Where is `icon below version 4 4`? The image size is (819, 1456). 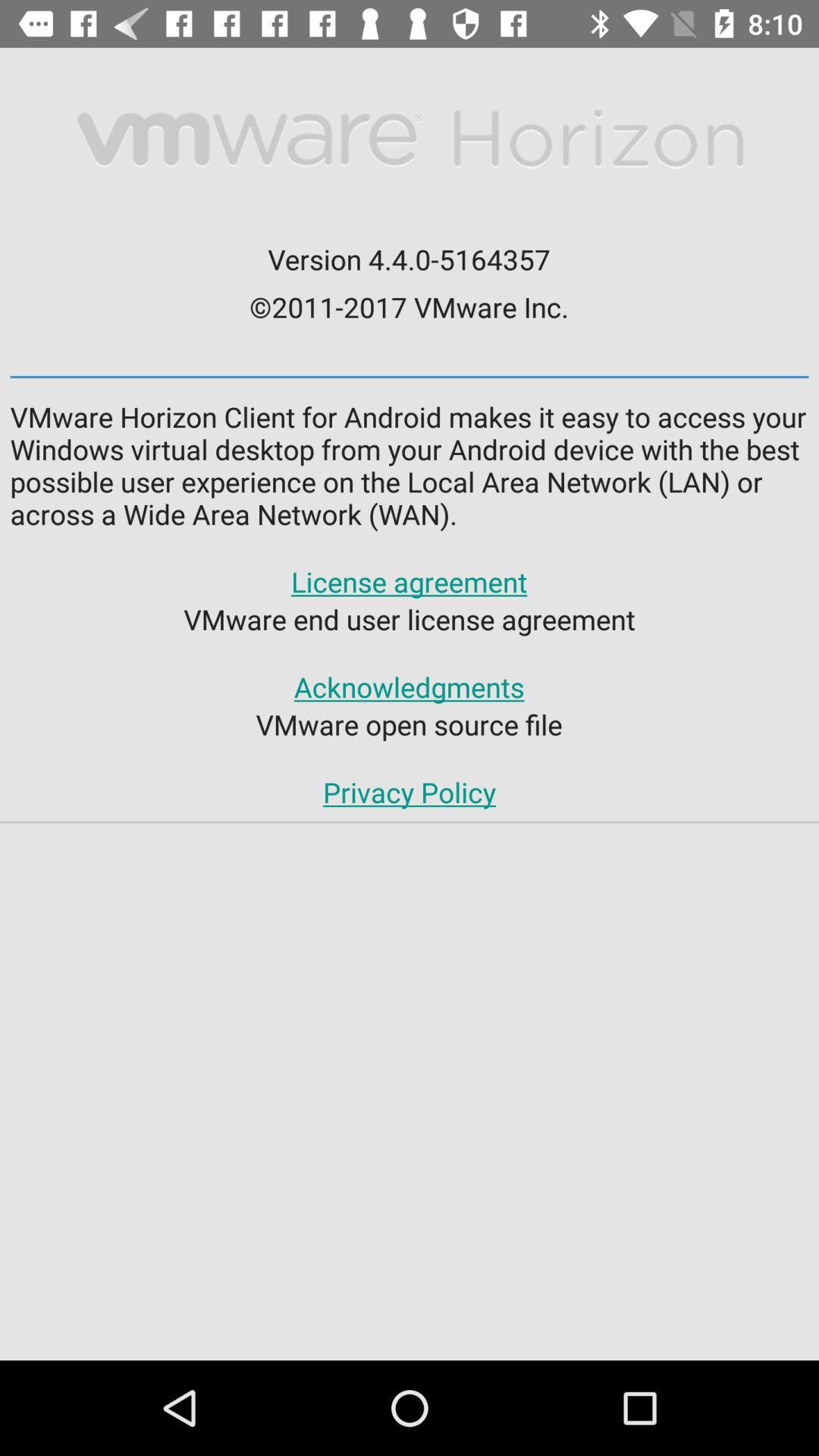 icon below version 4 4 is located at coordinates (408, 306).